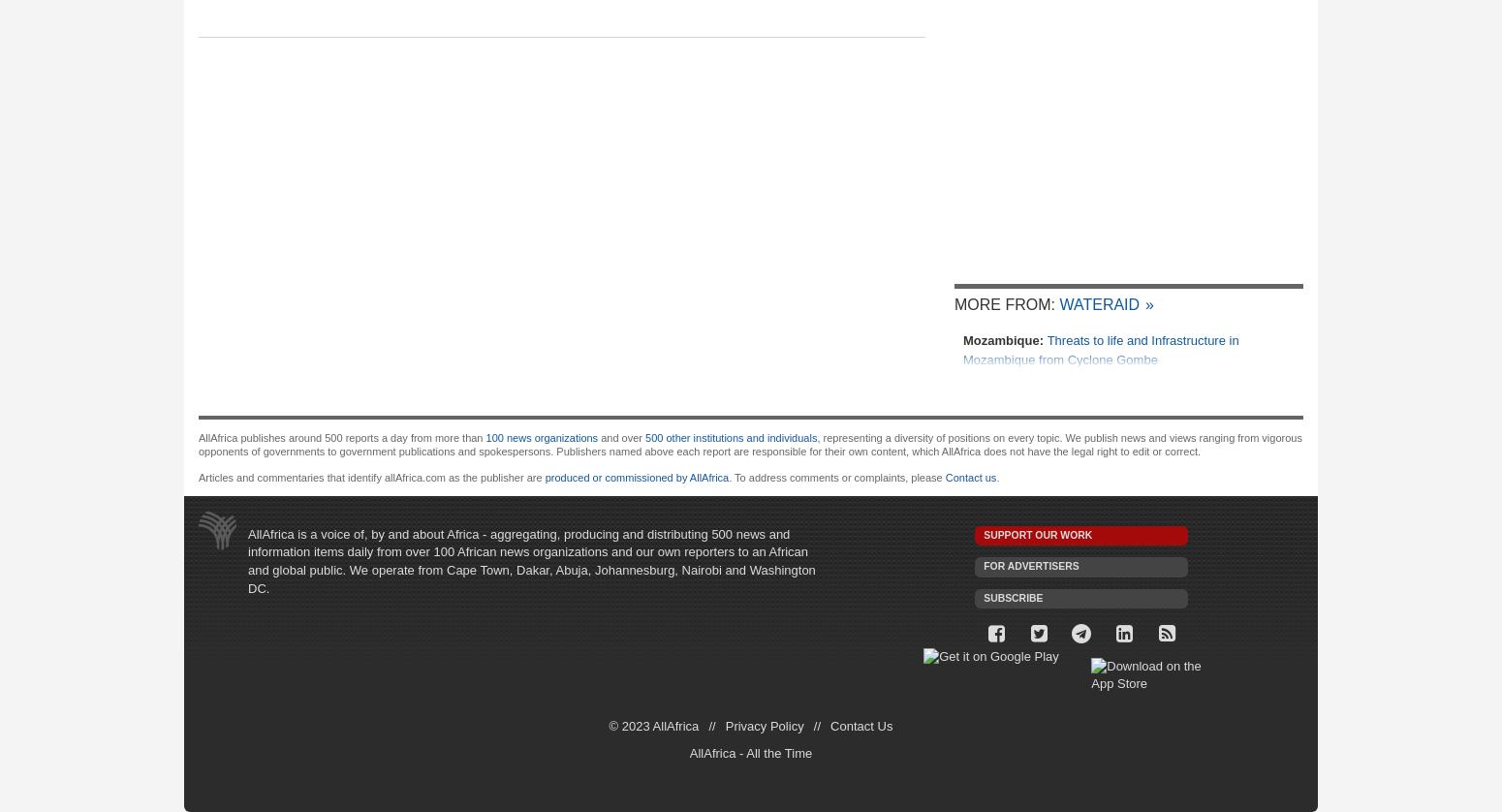  Describe the element at coordinates (620, 438) in the screenshot. I see `'and over'` at that location.